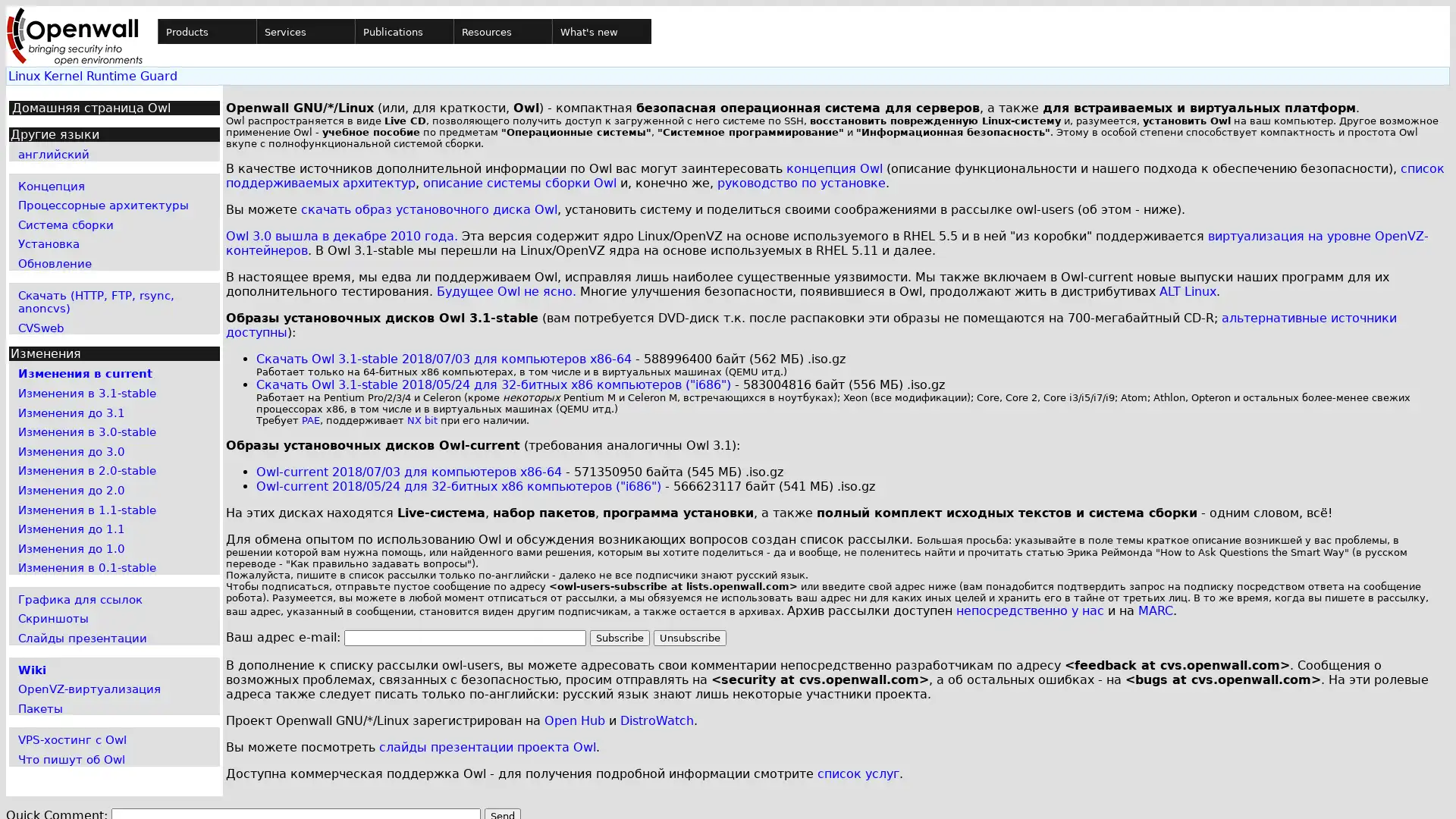 The width and height of the screenshot is (1456, 819). I want to click on Subscribe, so click(619, 638).